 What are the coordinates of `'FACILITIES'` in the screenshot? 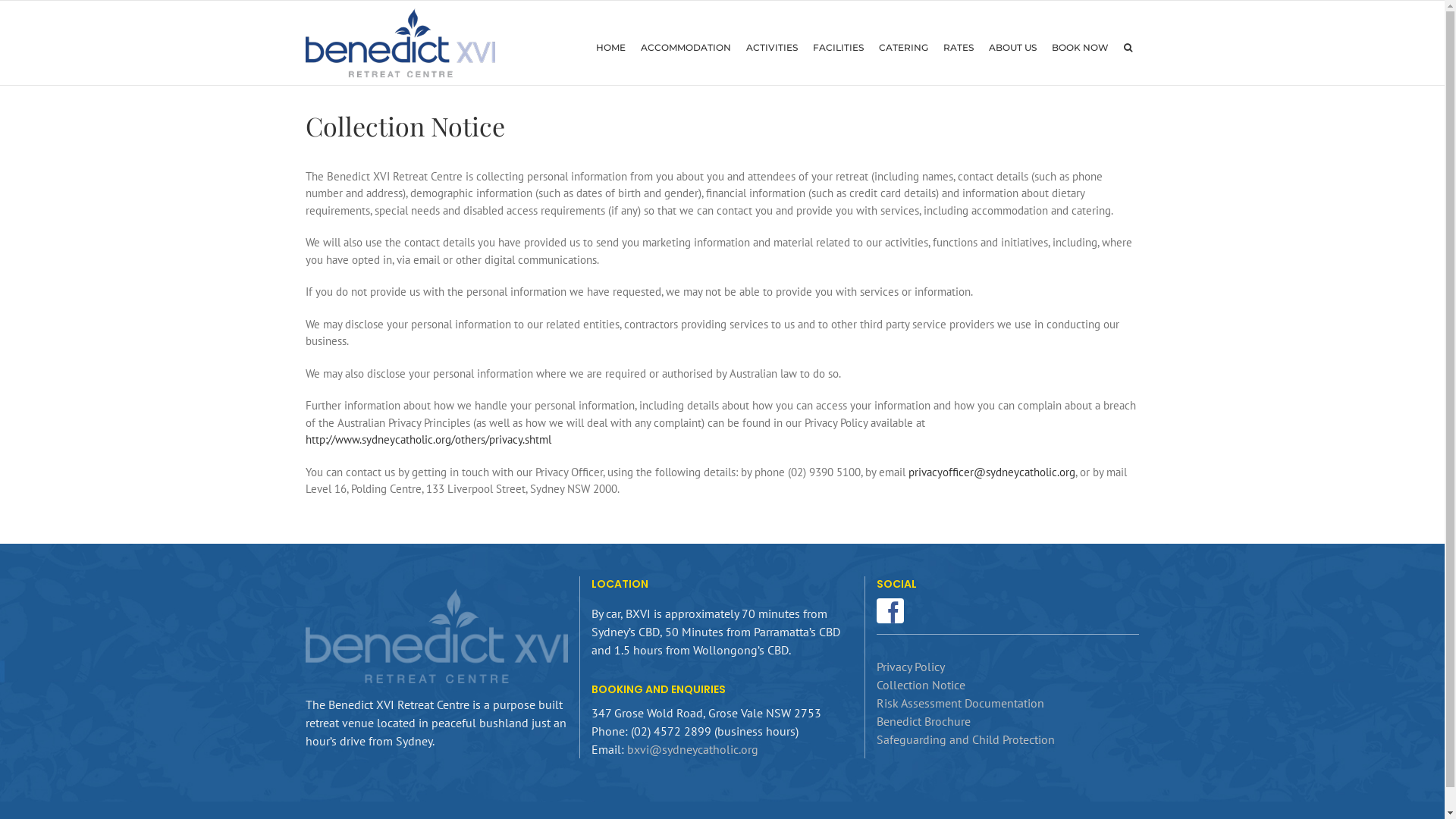 It's located at (804, 46).